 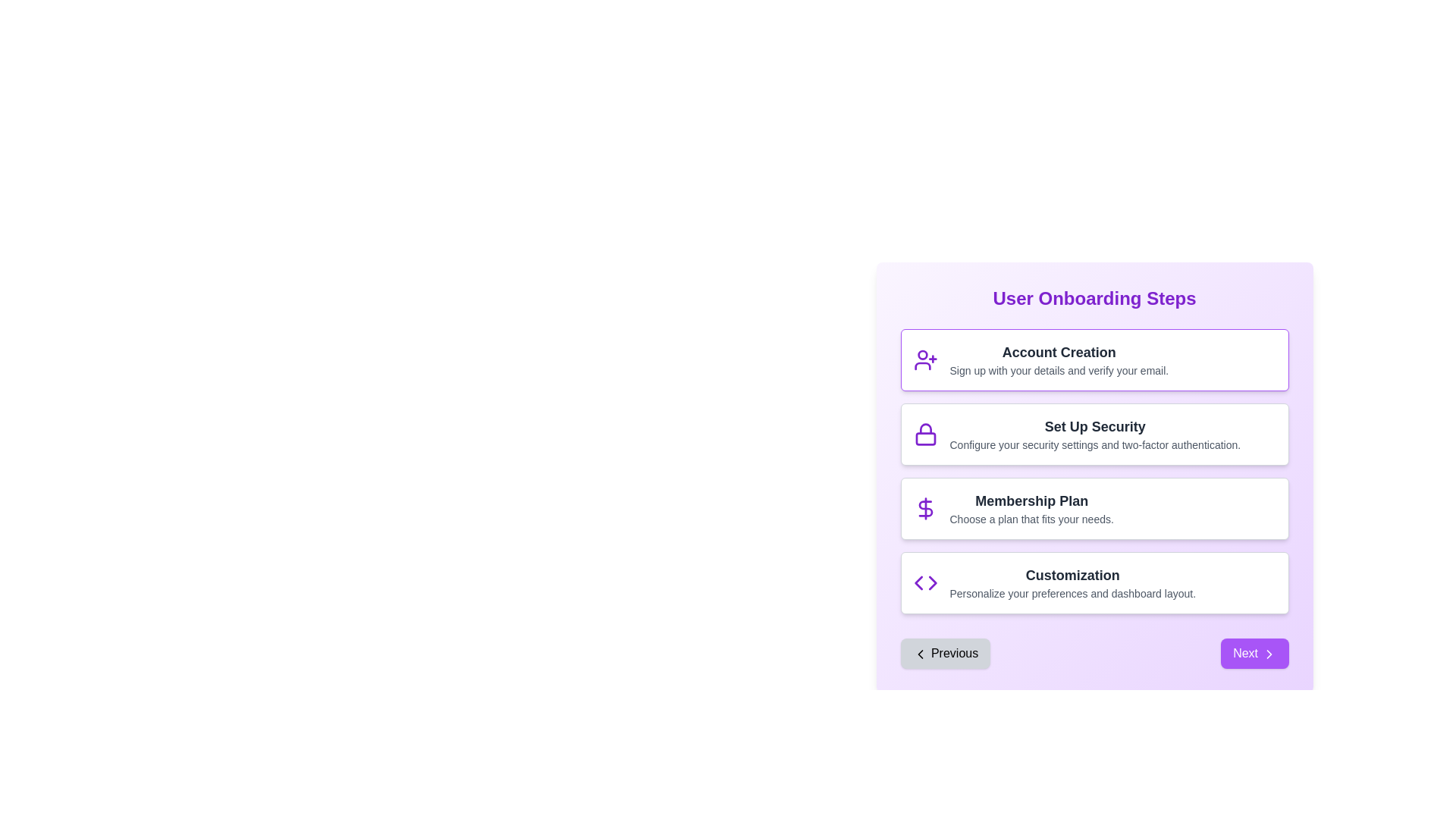 What do you see at coordinates (919, 653) in the screenshot?
I see `the left-pointing chevron icon located inside the 'Previous' button with a light gray background in the bottom-left section of the user onboarding interface` at bounding box center [919, 653].